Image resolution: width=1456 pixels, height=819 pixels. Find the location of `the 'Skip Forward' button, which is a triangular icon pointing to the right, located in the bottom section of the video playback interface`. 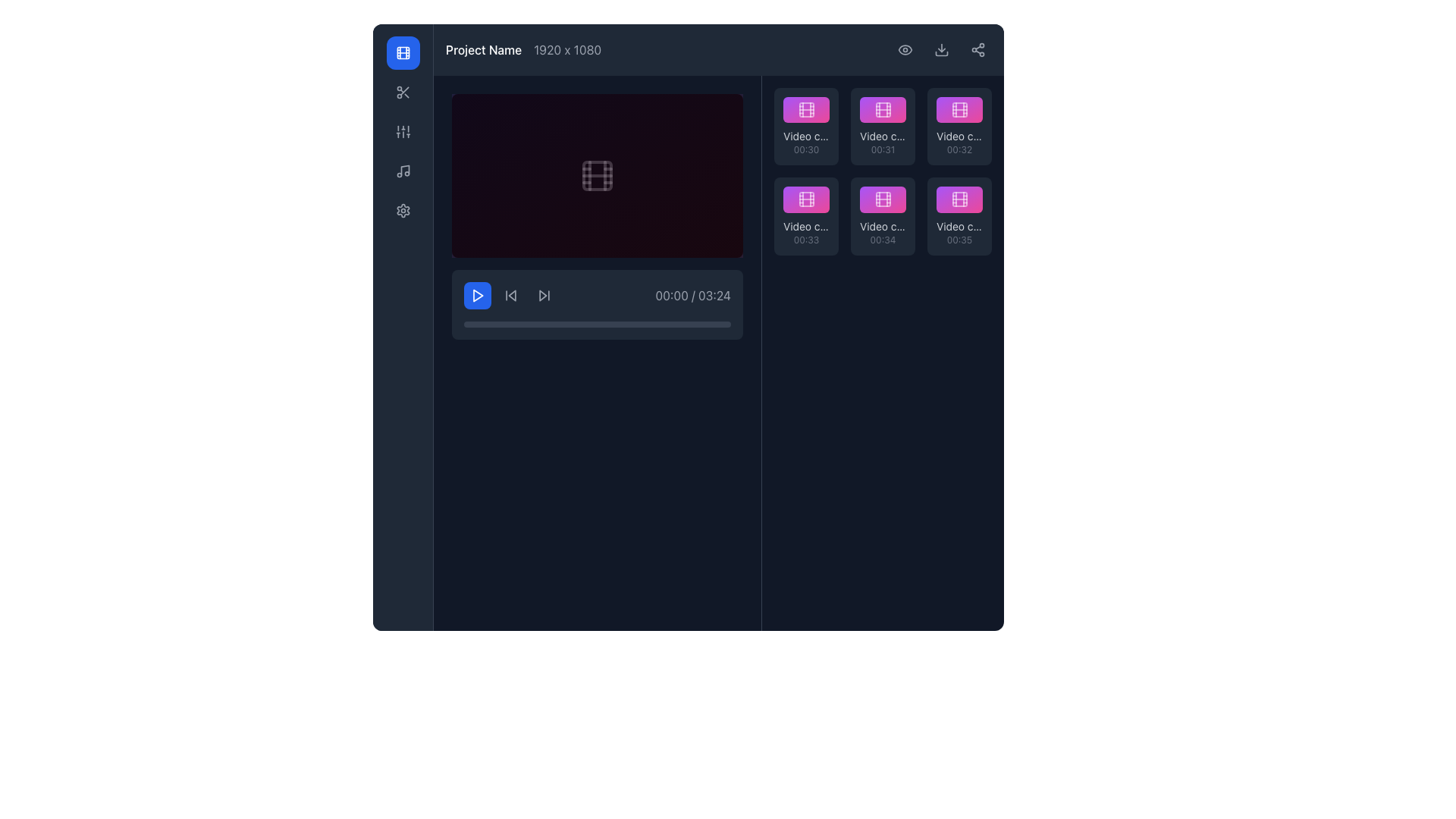

the 'Skip Forward' button, which is a triangular icon pointing to the right, located in the bottom section of the video playback interface is located at coordinates (544, 295).